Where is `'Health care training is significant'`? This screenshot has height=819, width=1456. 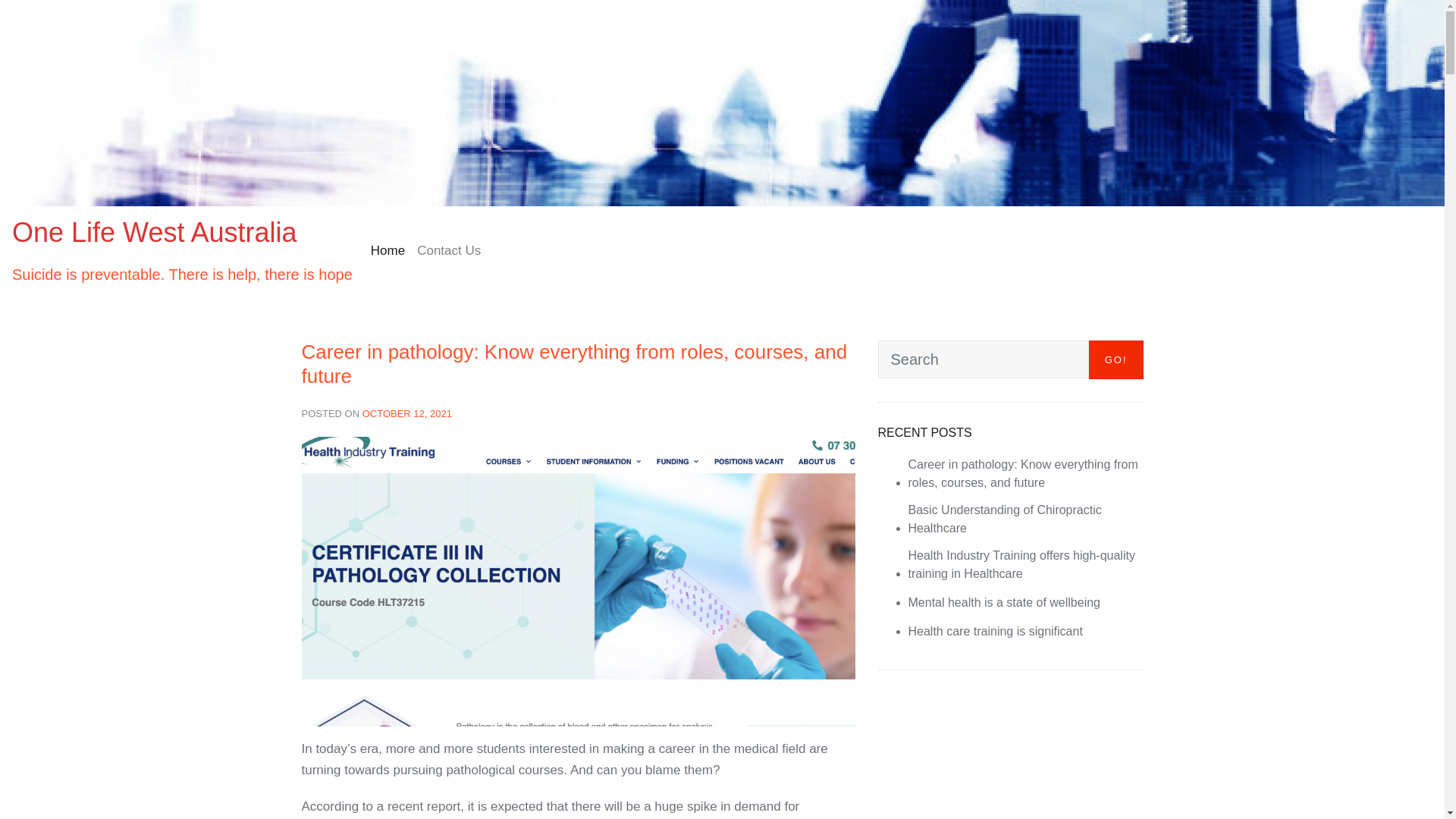
'Health care training is significant' is located at coordinates (996, 632).